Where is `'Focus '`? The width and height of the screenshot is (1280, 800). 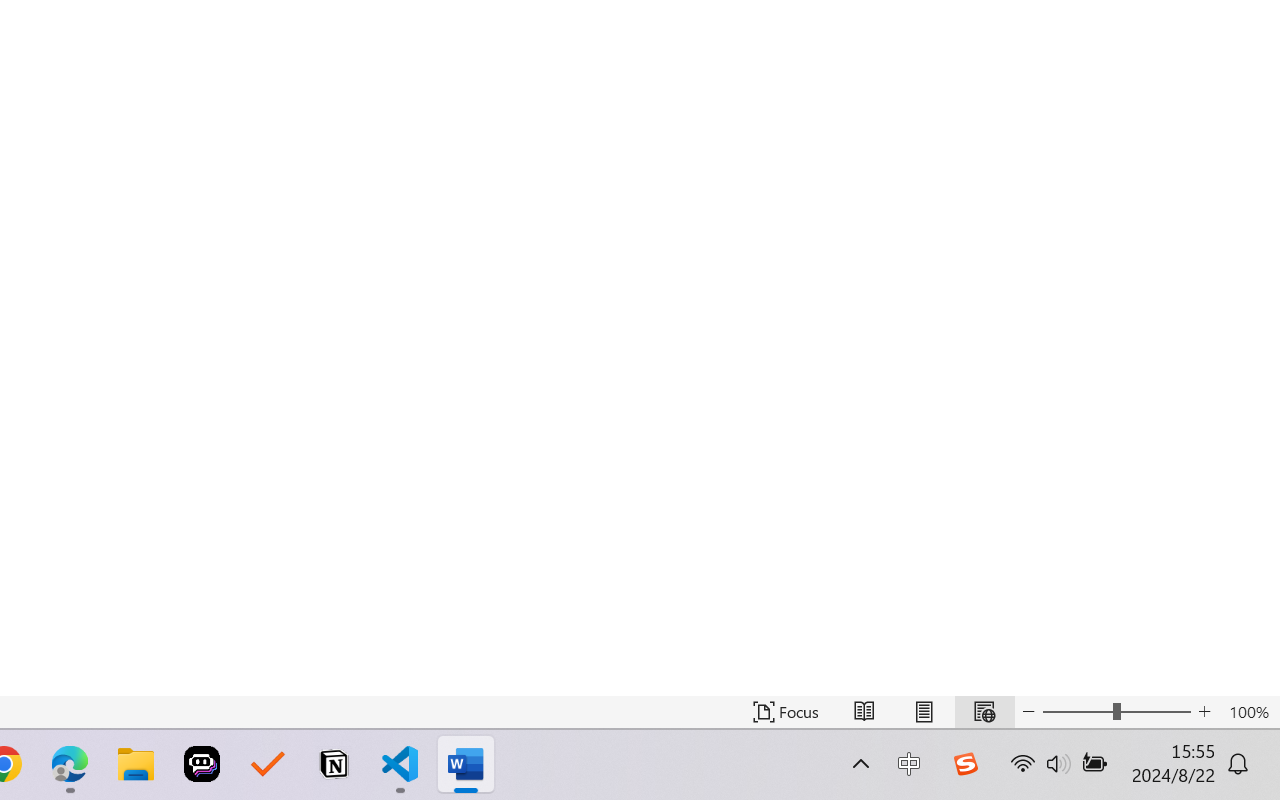
'Focus ' is located at coordinates (785, 711).